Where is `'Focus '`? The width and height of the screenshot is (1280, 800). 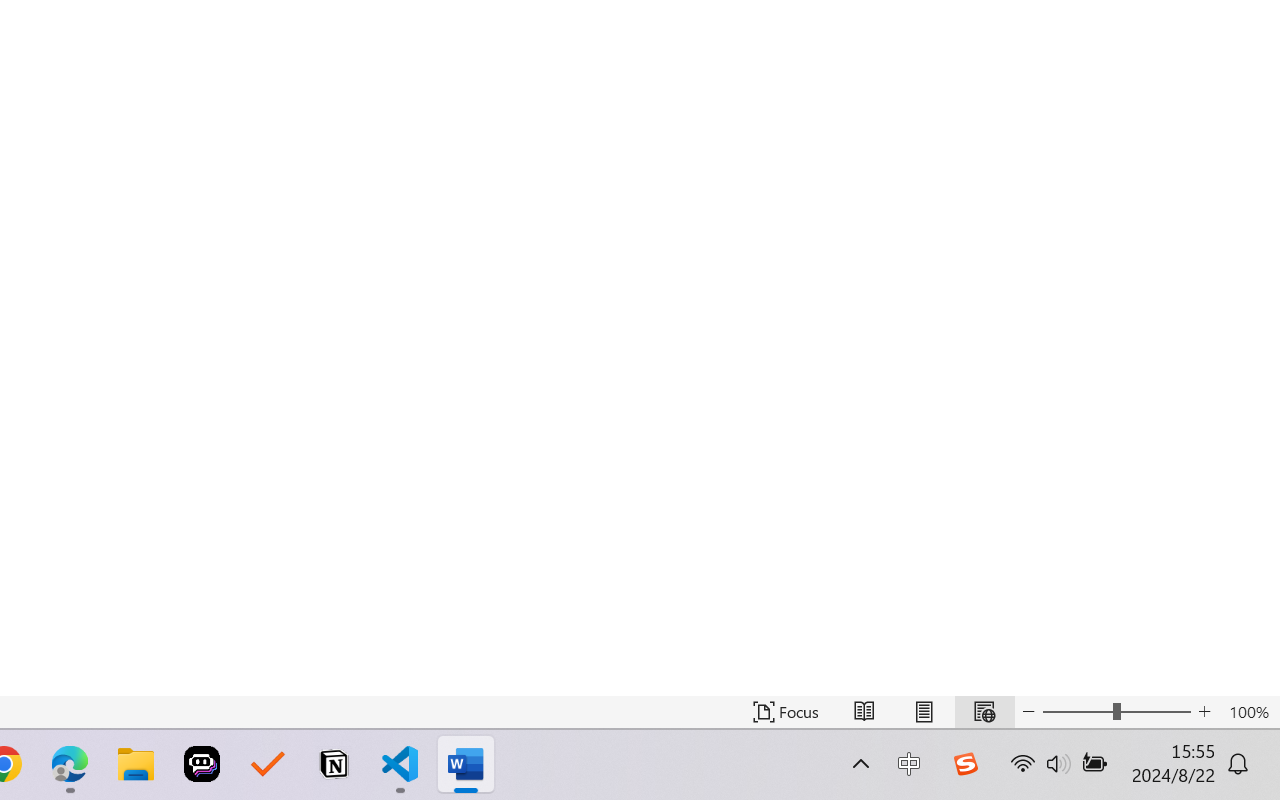
'Focus ' is located at coordinates (785, 711).